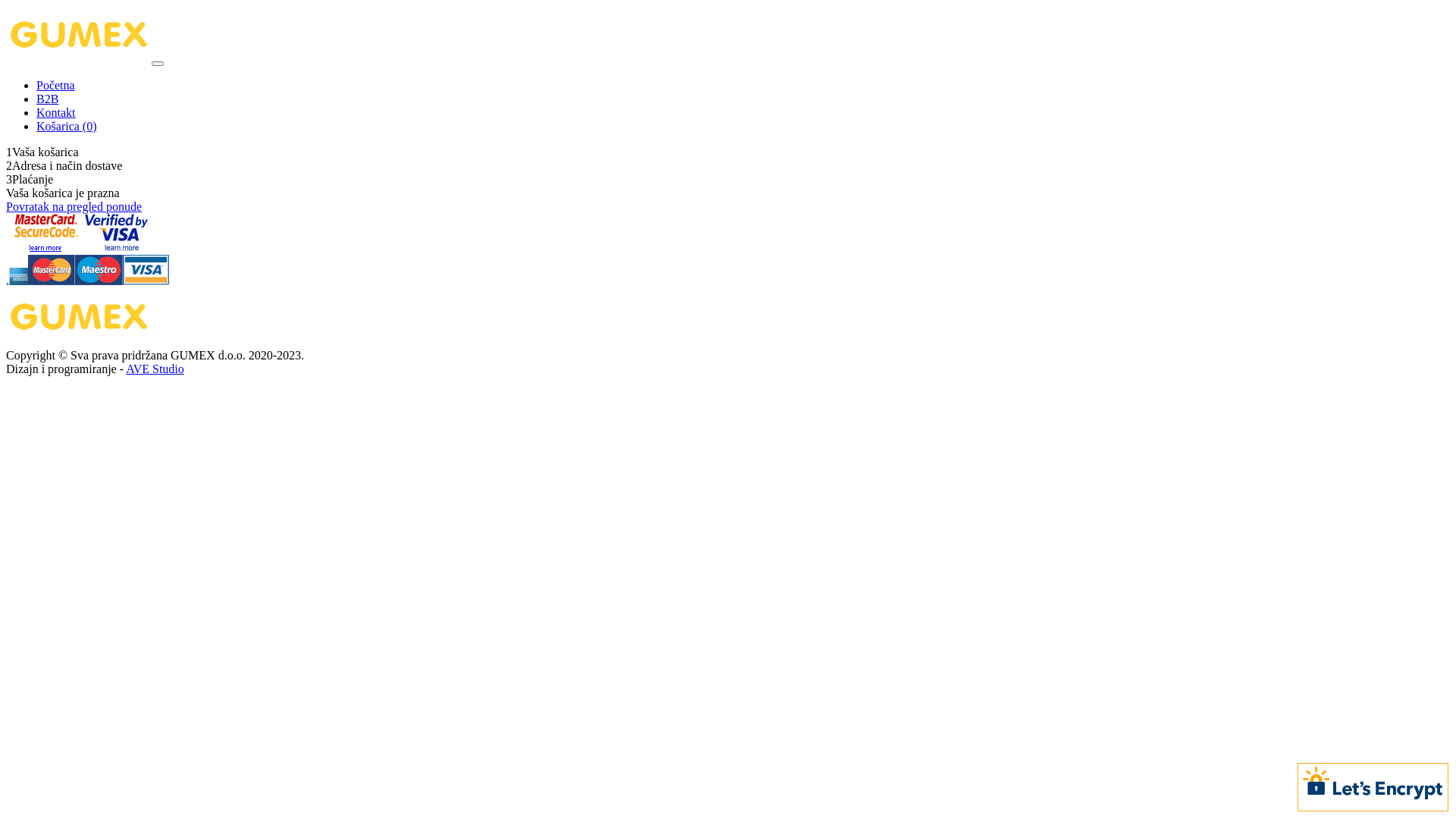 The height and width of the screenshot is (819, 1456). What do you see at coordinates (73, 206) in the screenshot?
I see `'Povratak na pregled ponude'` at bounding box center [73, 206].